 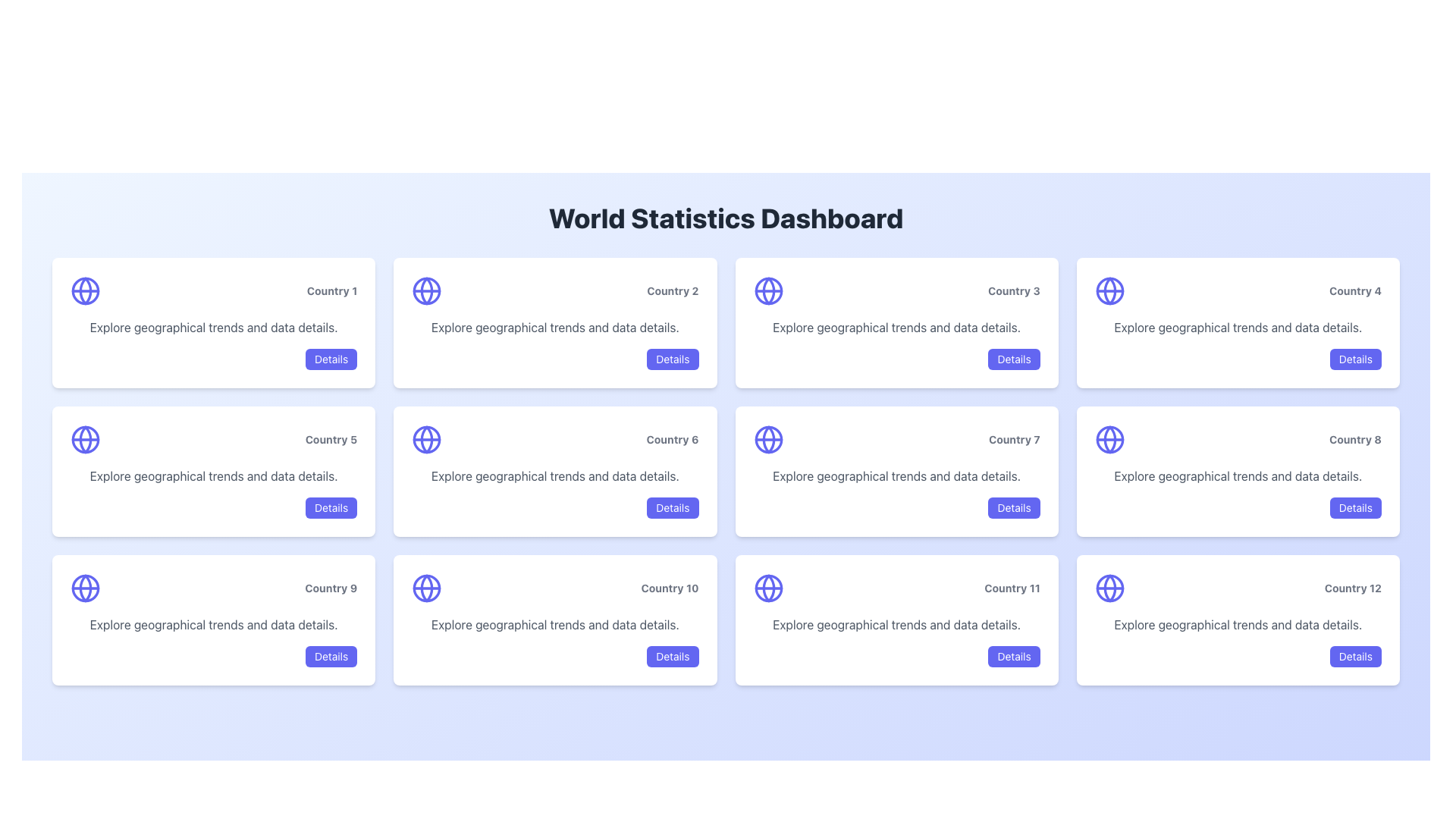 What do you see at coordinates (768, 587) in the screenshot?
I see `the indigo globe icon located inside the 'Country 11' card in the fourth row and second column of the grid layout` at bounding box center [768, 587].